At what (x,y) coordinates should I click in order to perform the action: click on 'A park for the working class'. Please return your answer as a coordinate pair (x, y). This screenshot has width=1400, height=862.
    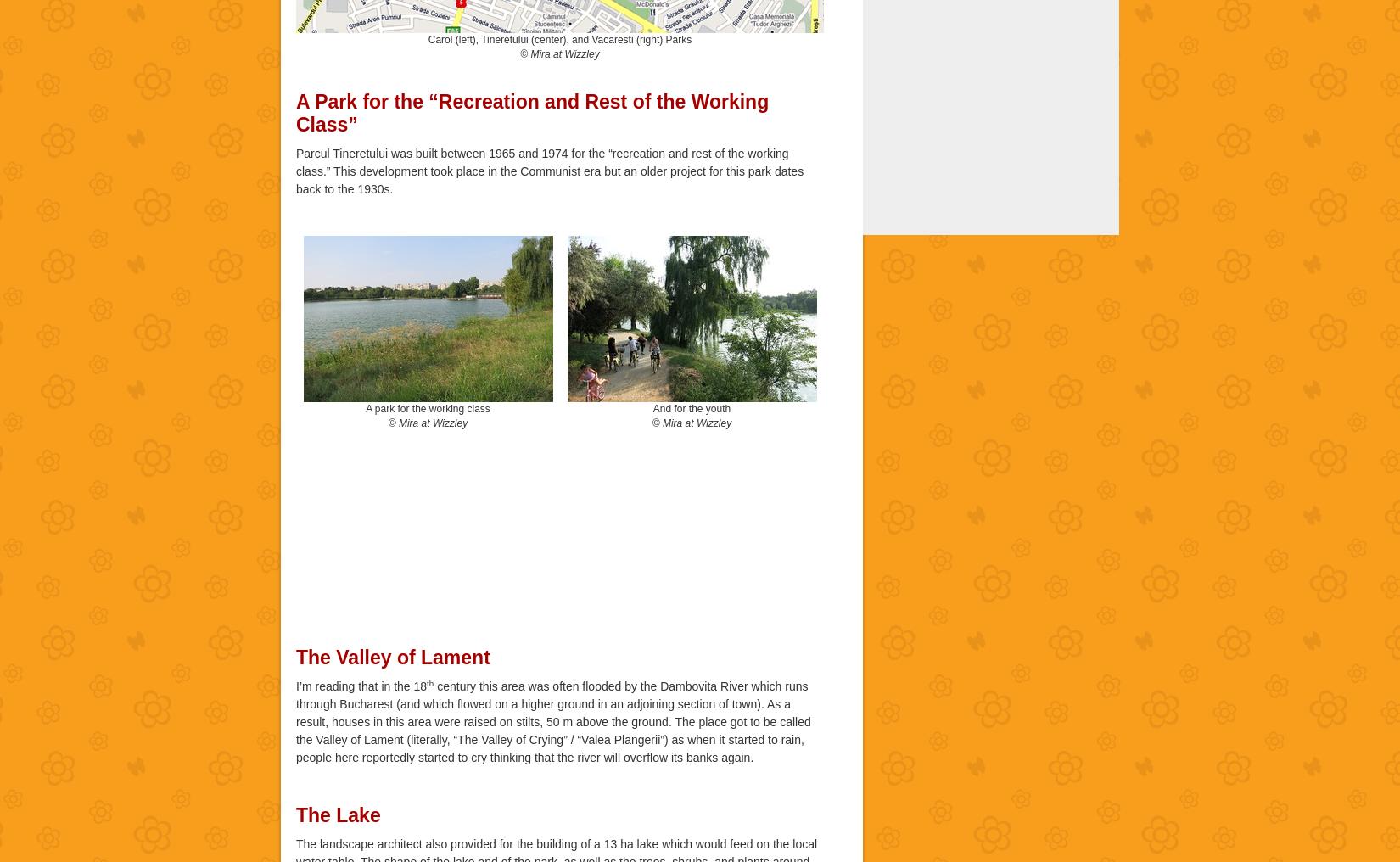
    Looking at the image, I should click on (364, 407).